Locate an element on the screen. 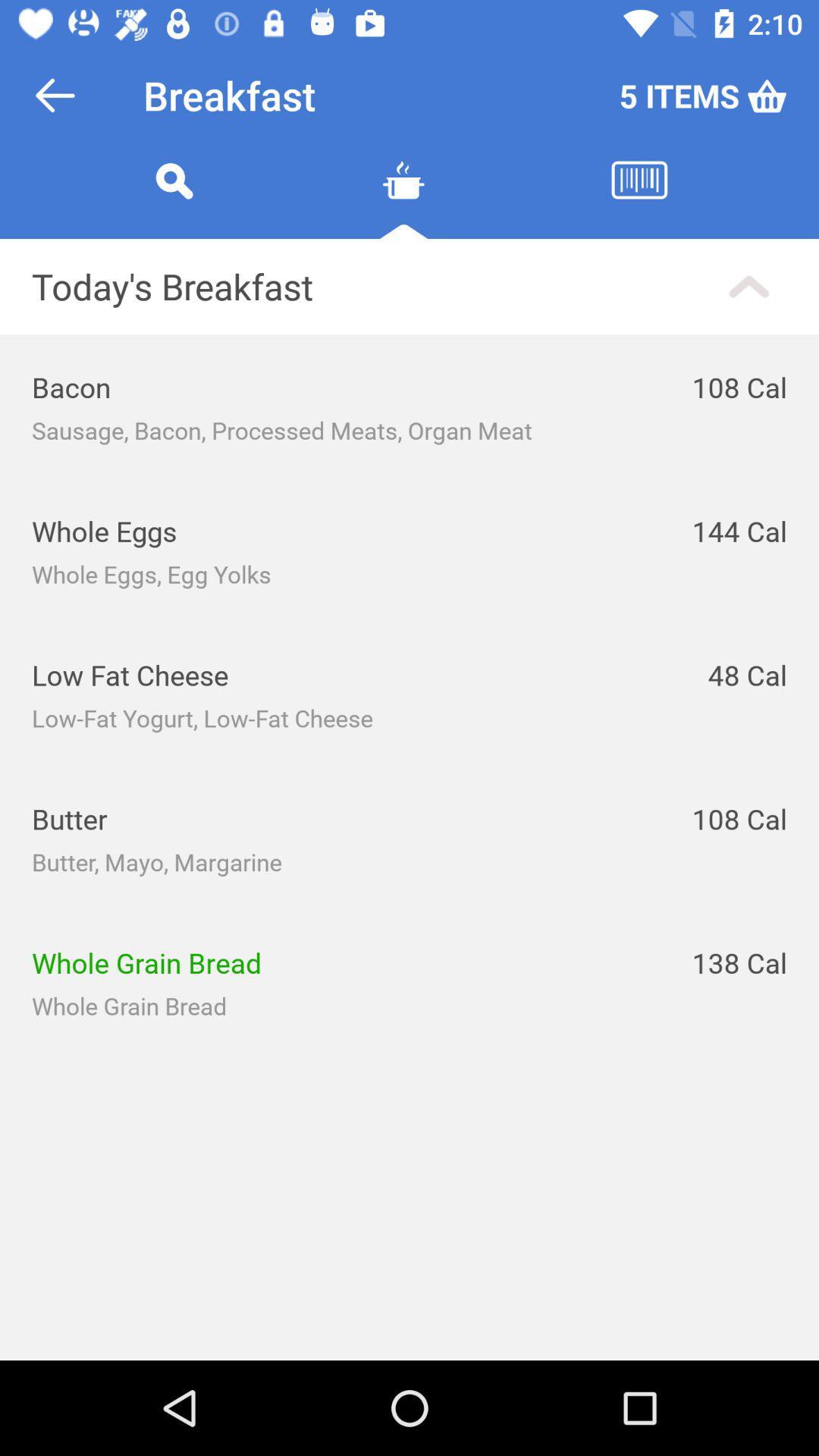 The height and width of the screenshot is (1456, 819). search is located at coordinates (173, 198).